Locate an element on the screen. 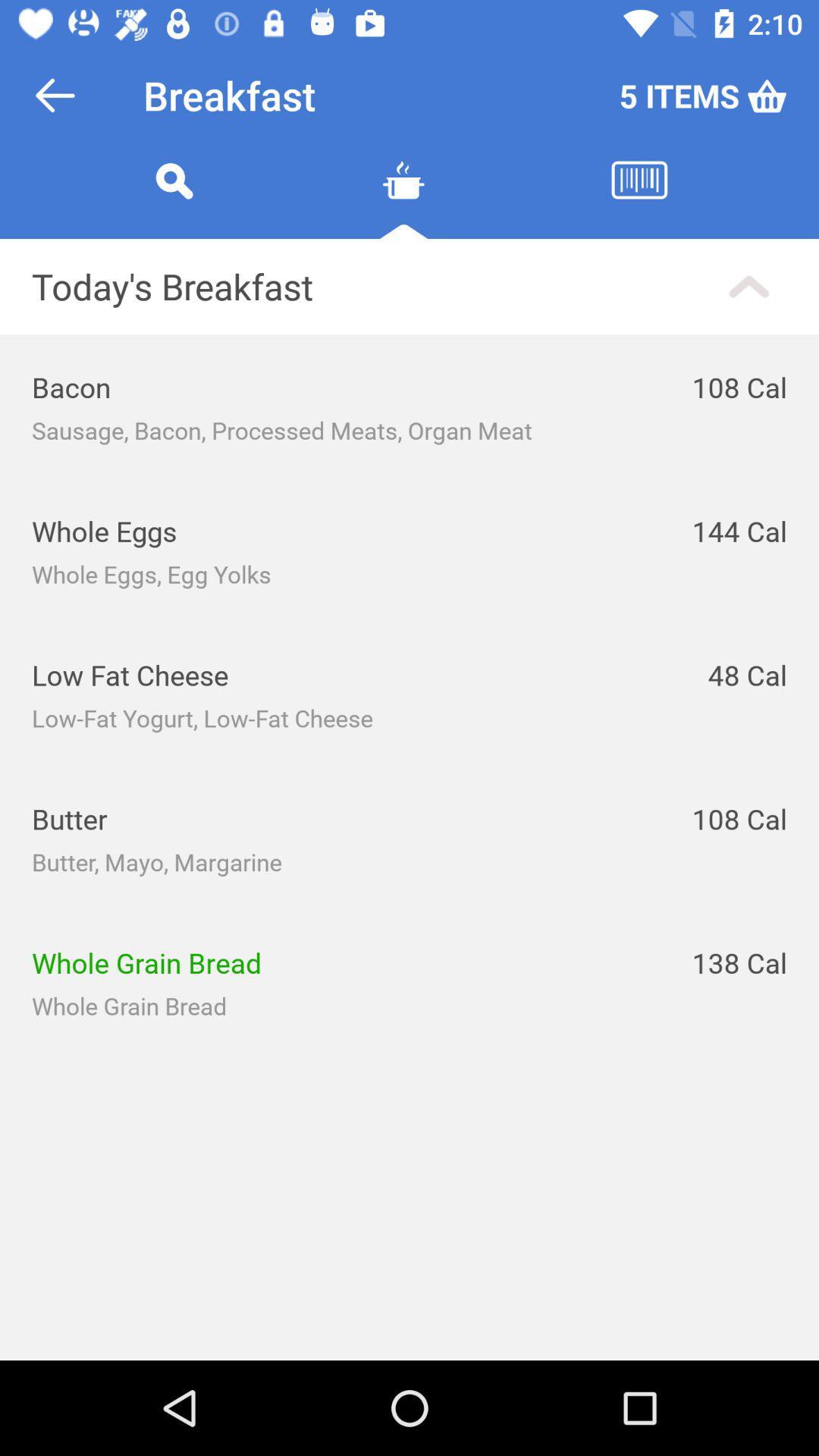 The height and width of the screenshot is (1456, 819). search is located at coordinates (173, 198).